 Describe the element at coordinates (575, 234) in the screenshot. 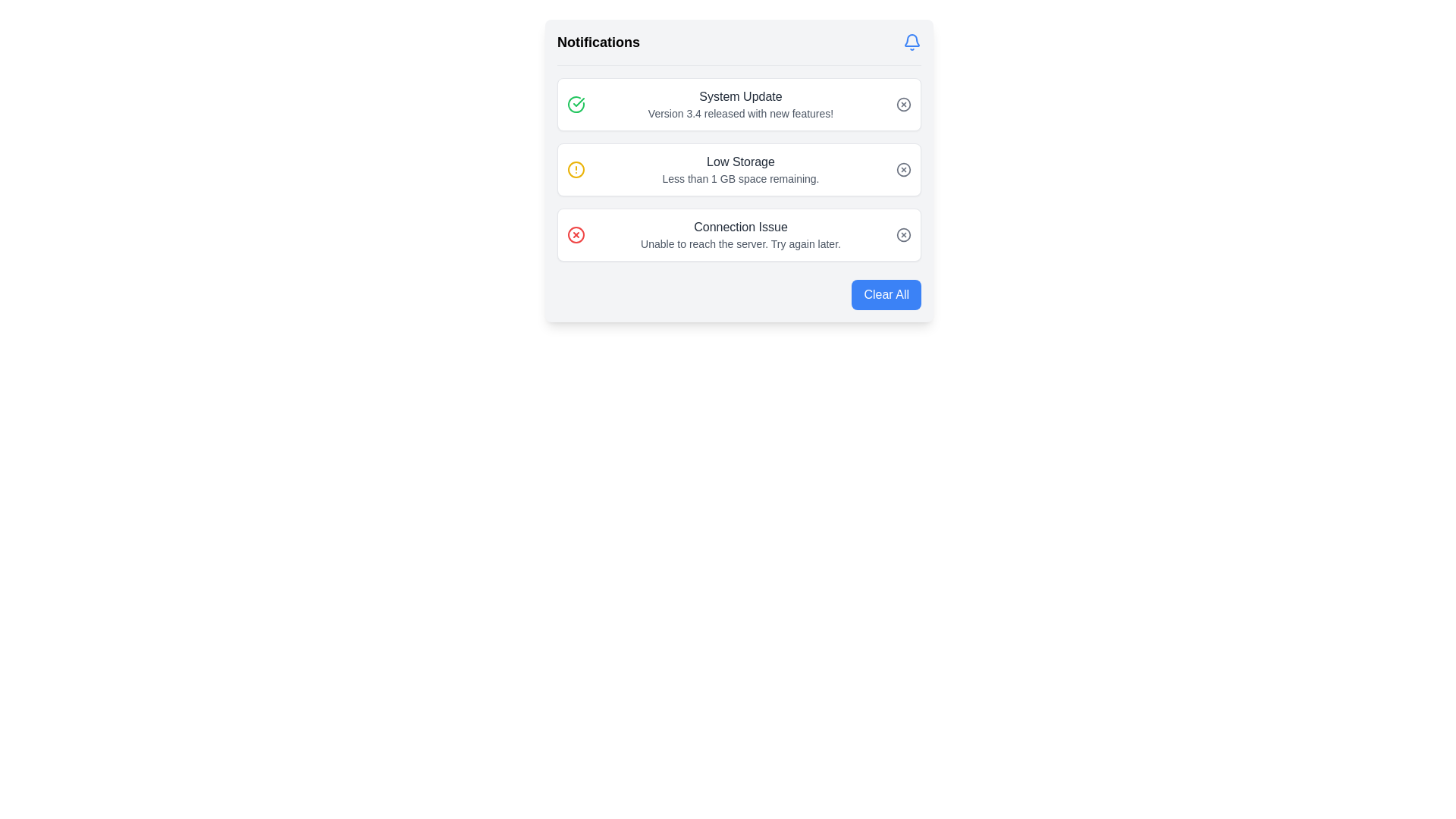

I see `the SVG Circle element that indicates an error state in the third notification item, adjacent to the 'Connection Issue' text` at that location.